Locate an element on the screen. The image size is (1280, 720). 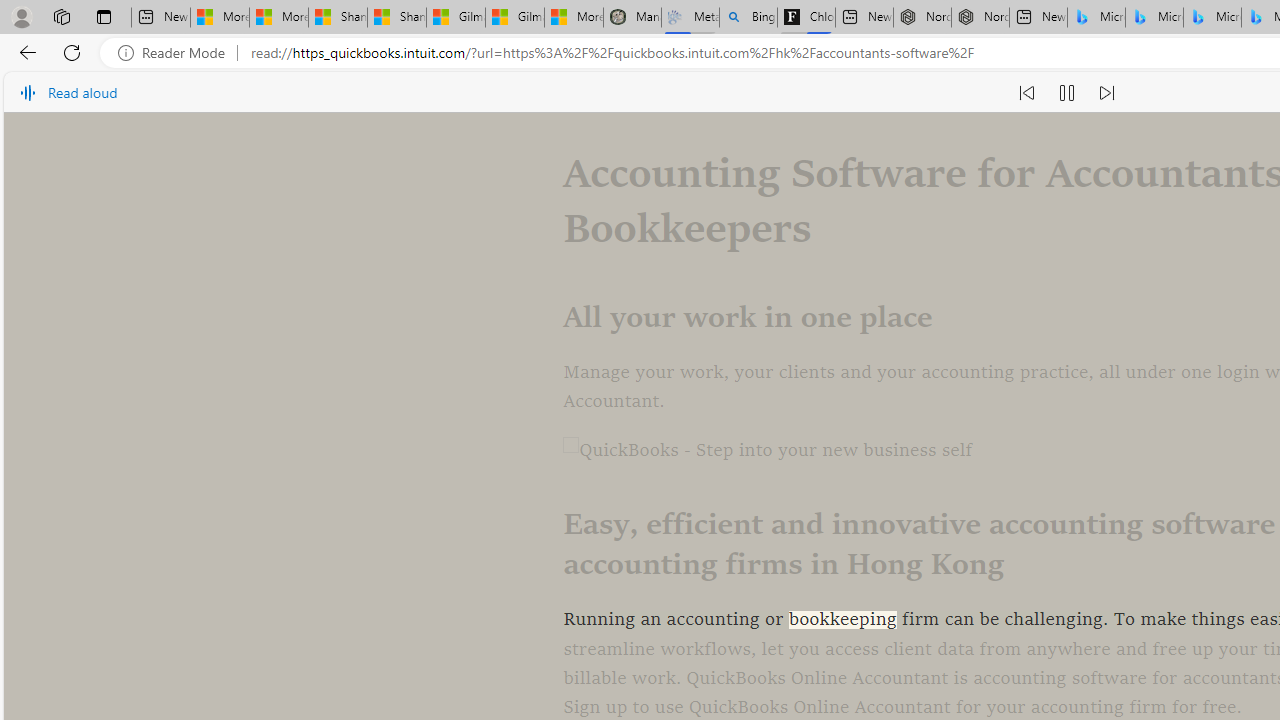
'Pause read aloud (Ctrl+Shift+U)' is located at coordinates (1065, 92).